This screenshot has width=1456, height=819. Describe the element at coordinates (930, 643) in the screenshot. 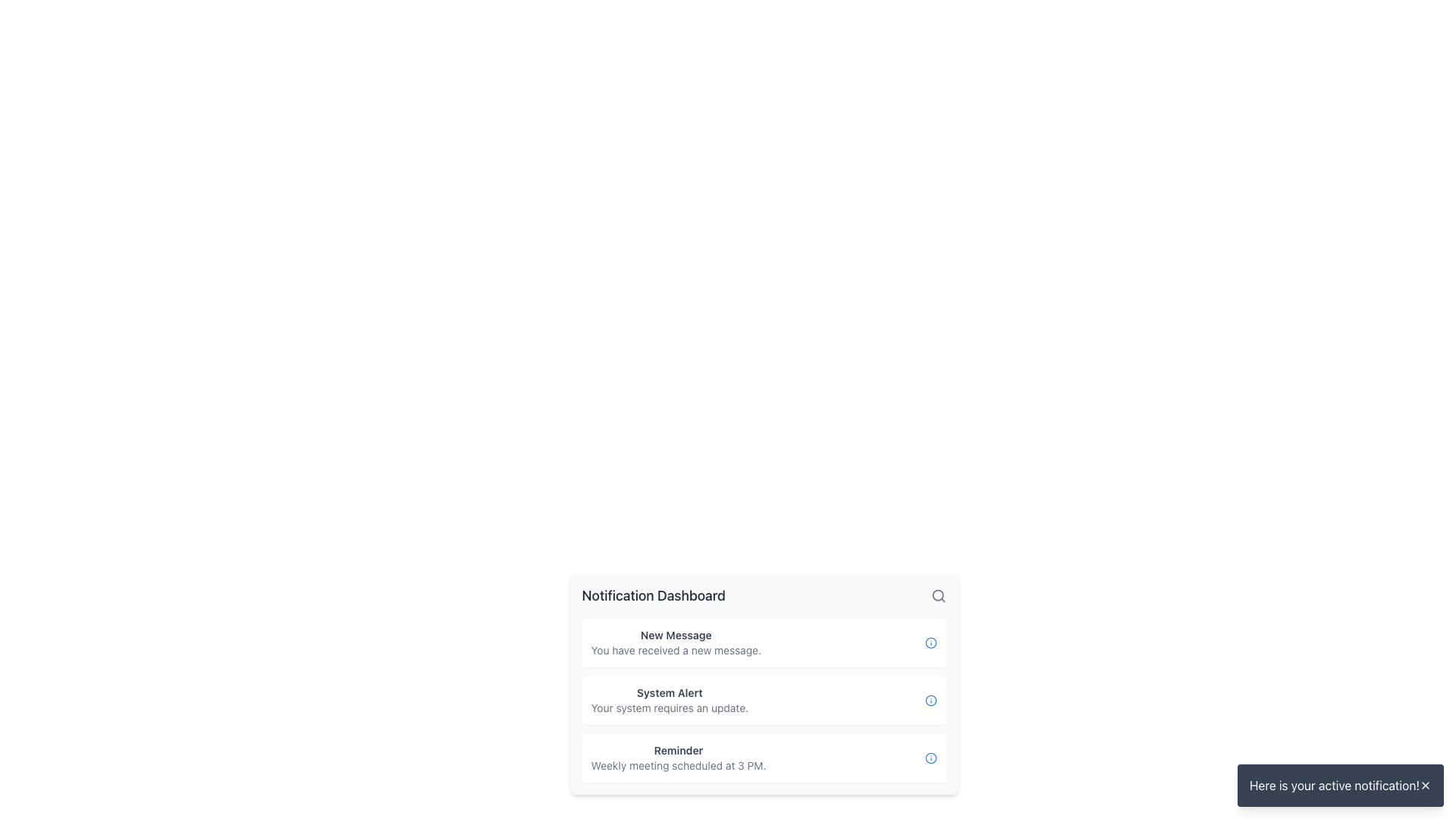

I see `the blue info icon represented by a circle with a radius of 10 units, which is part of the SVG element for the 'New Message' notification entry` at that location.